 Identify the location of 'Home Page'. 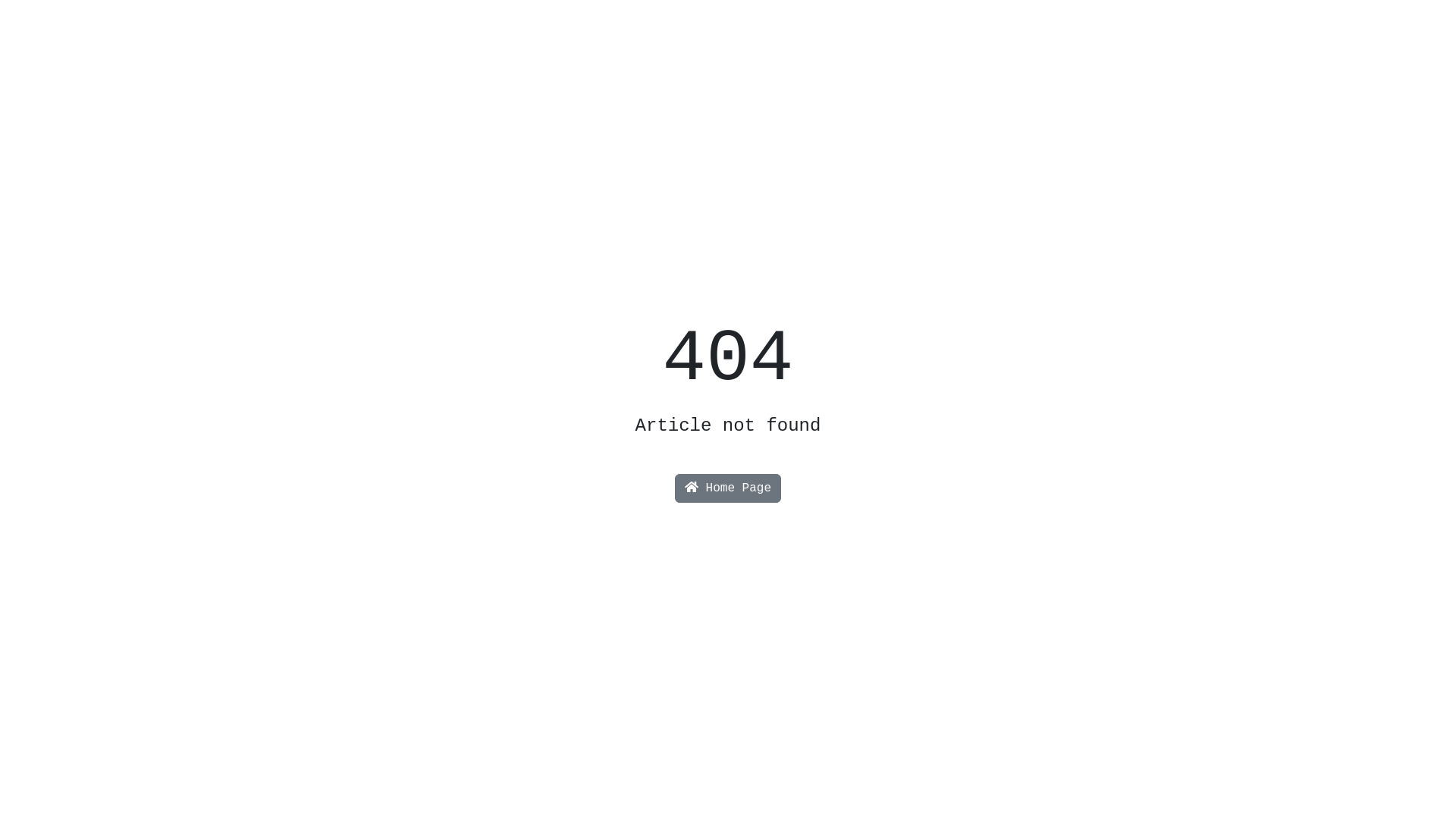
(728, 488).